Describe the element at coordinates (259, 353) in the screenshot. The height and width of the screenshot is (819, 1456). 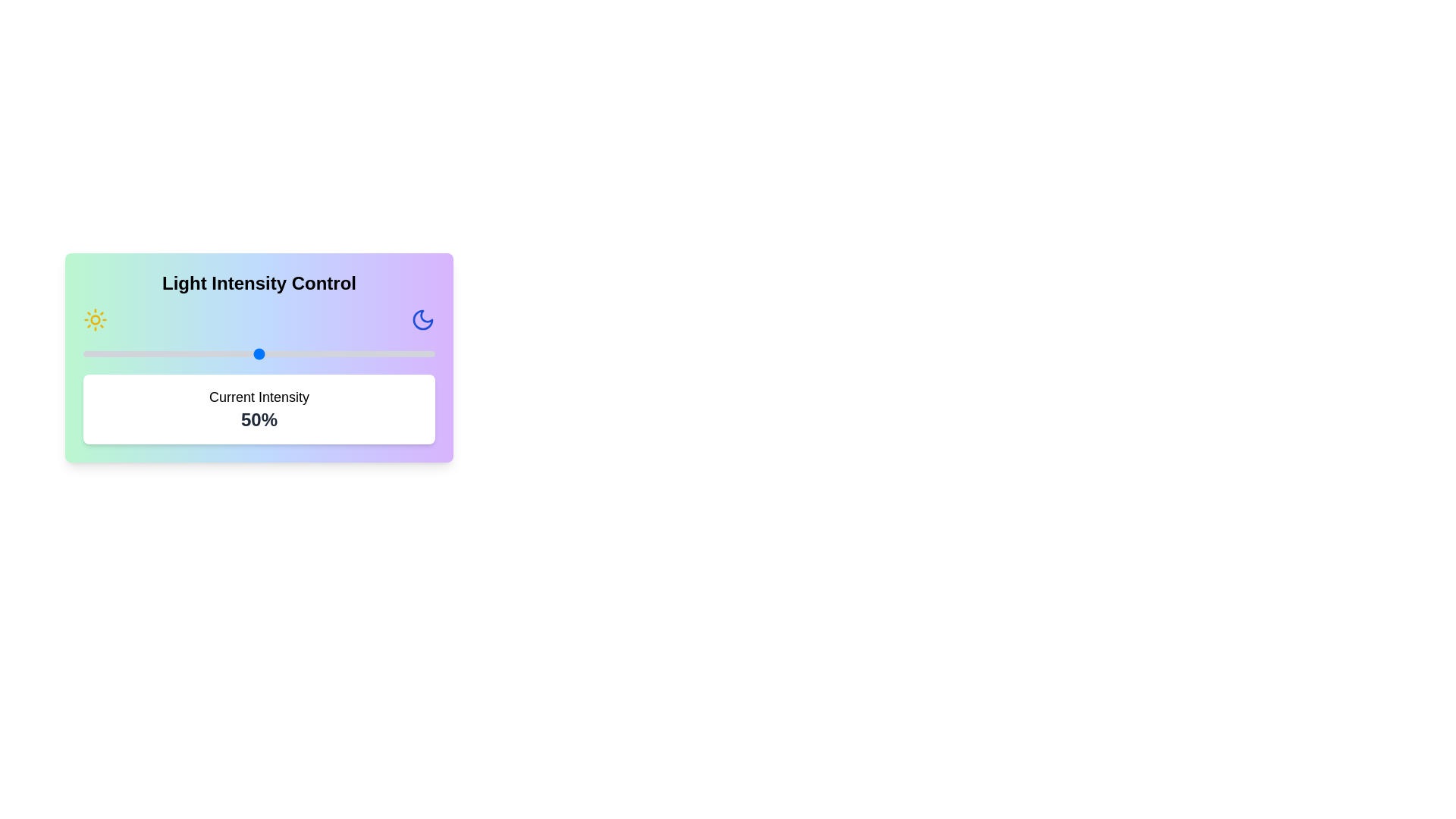
I see `the Range slider used for adjusting light intensity, which is positioned between the title 'Light Intensity Control' and the label 'Current Intensity 50%'` at that location.